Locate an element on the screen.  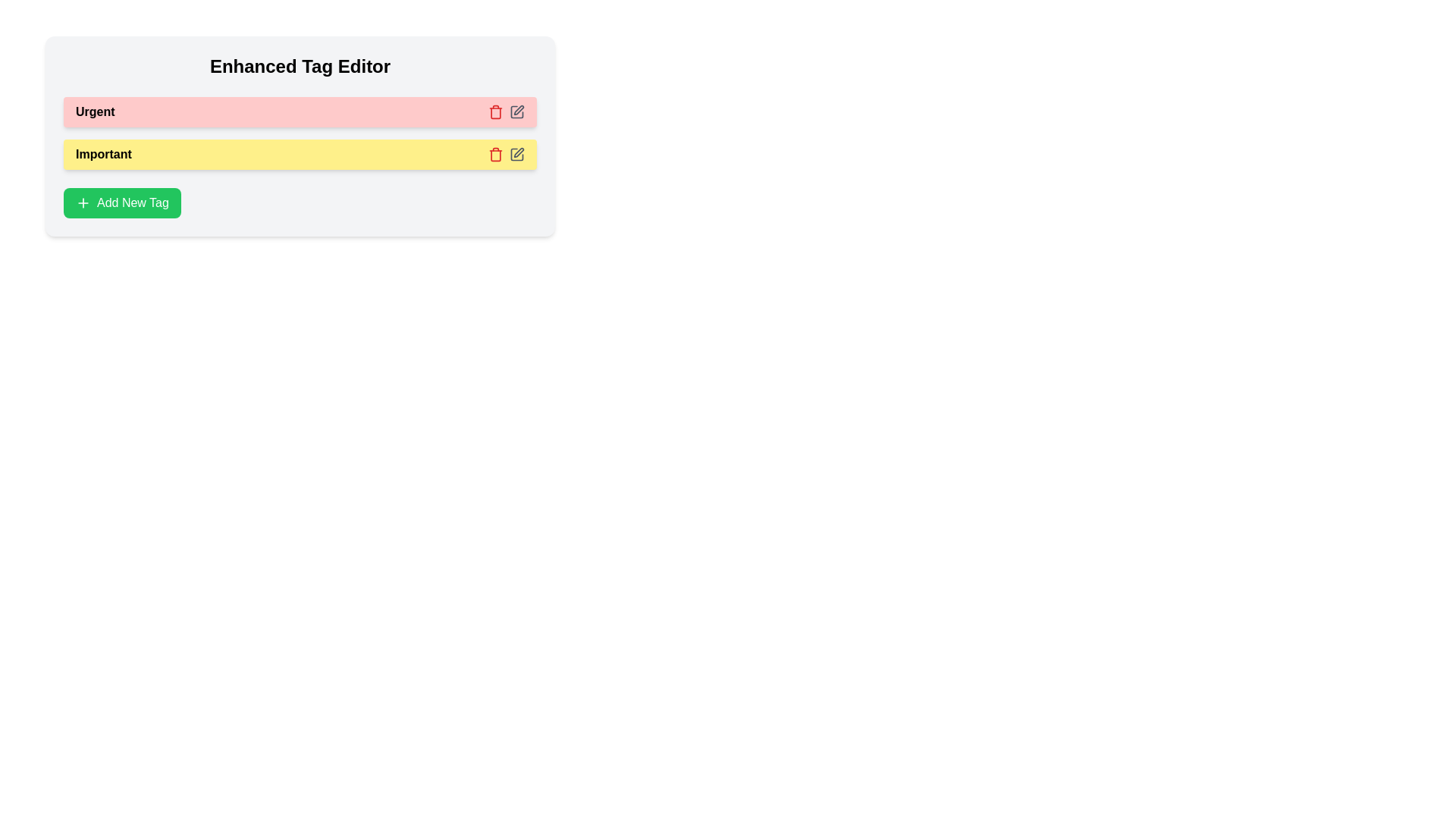
the rectangular green button labeled 'Add New Tag' with a '+' icon is located at coordinates (122, 202).